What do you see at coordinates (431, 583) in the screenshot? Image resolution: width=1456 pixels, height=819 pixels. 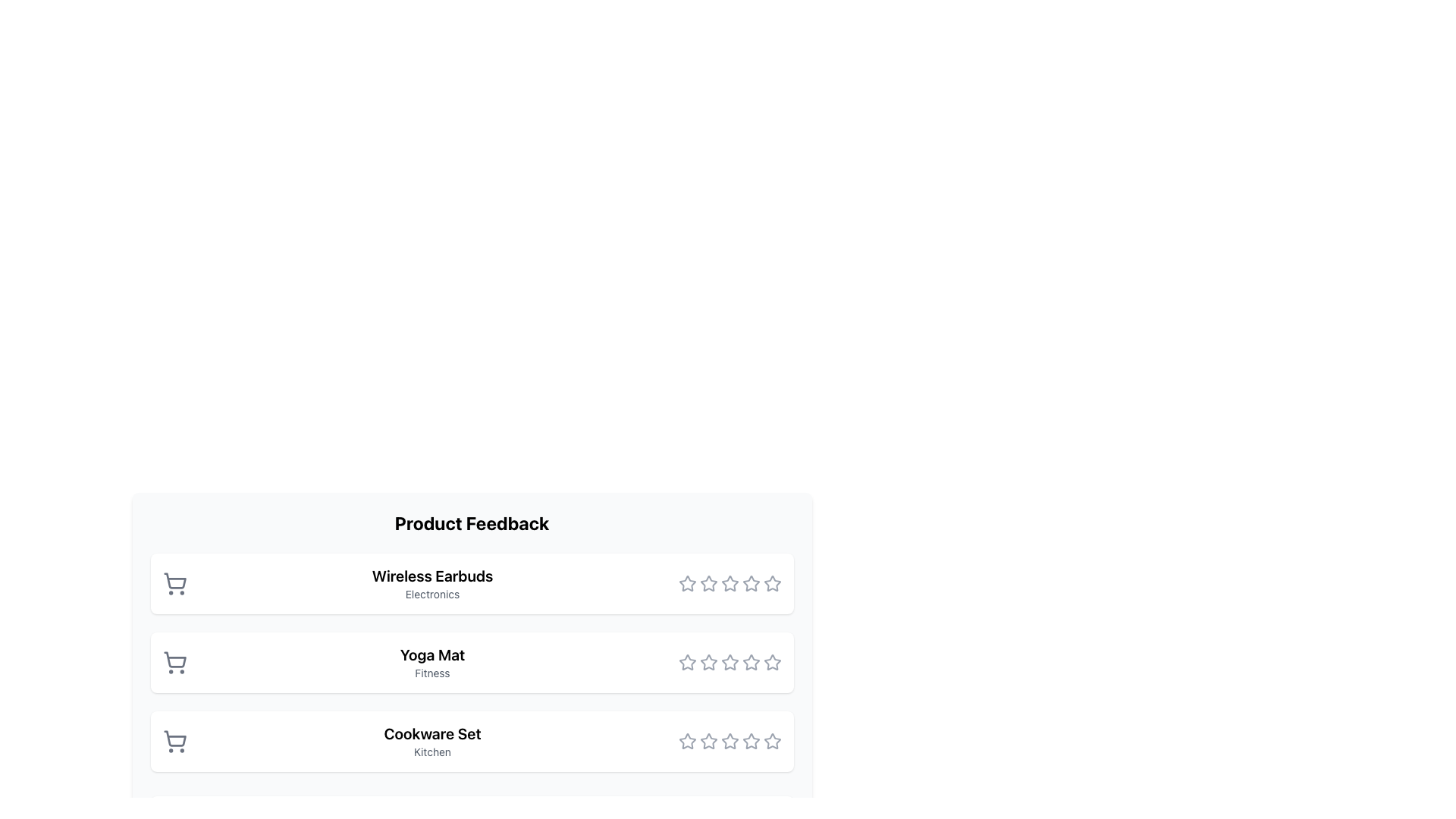 I see `the text label that describes the product in the first item of the product list, which is located to the right of a shopping cart icon and to the left of rating stars` at bounding box center [431, 583].